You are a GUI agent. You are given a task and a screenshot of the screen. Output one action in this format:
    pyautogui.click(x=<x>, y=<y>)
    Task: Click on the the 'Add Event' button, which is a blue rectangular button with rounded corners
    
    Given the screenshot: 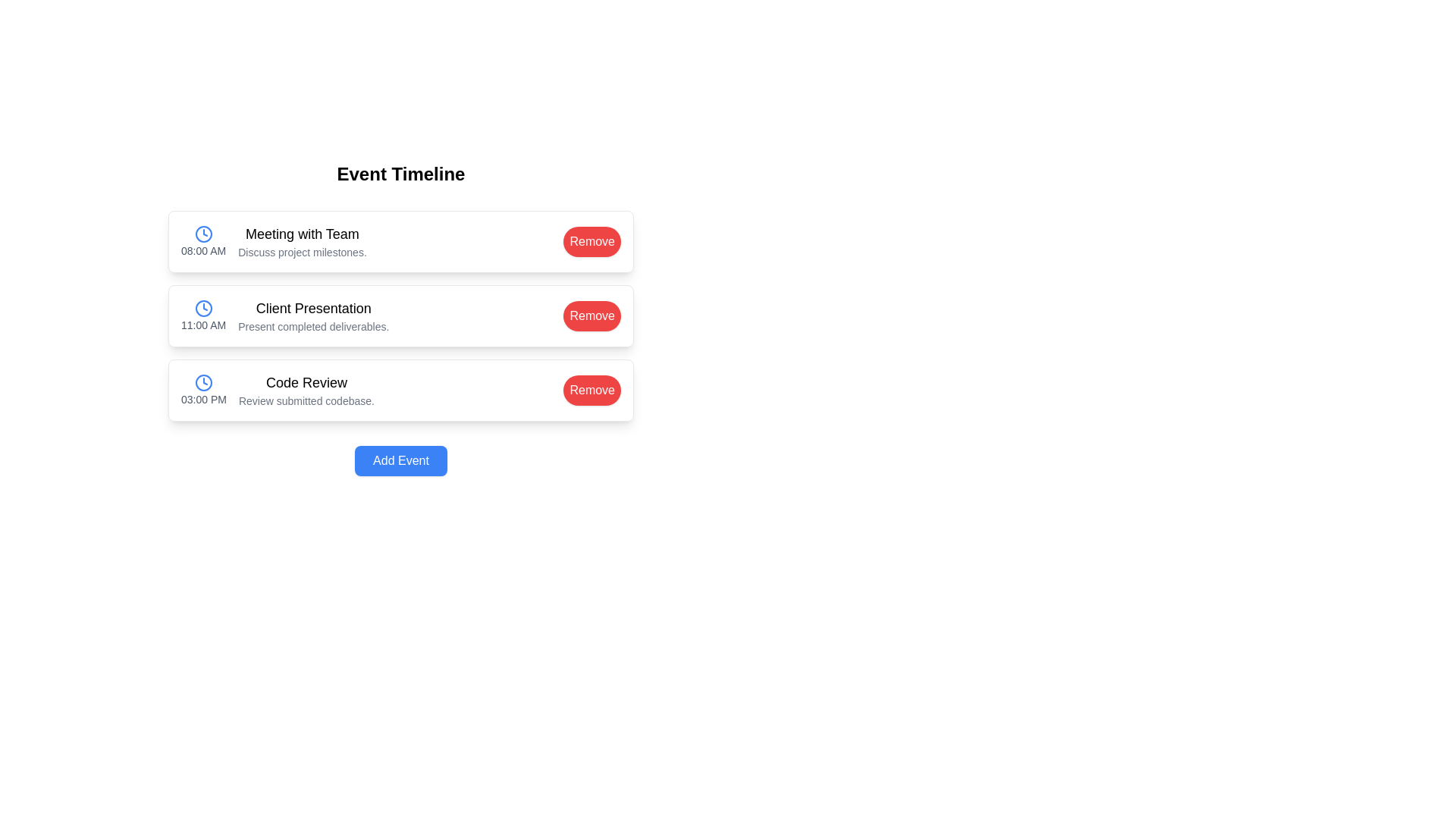 What is the action you would take?
    pyautogui.click(x=400, y=460)
    